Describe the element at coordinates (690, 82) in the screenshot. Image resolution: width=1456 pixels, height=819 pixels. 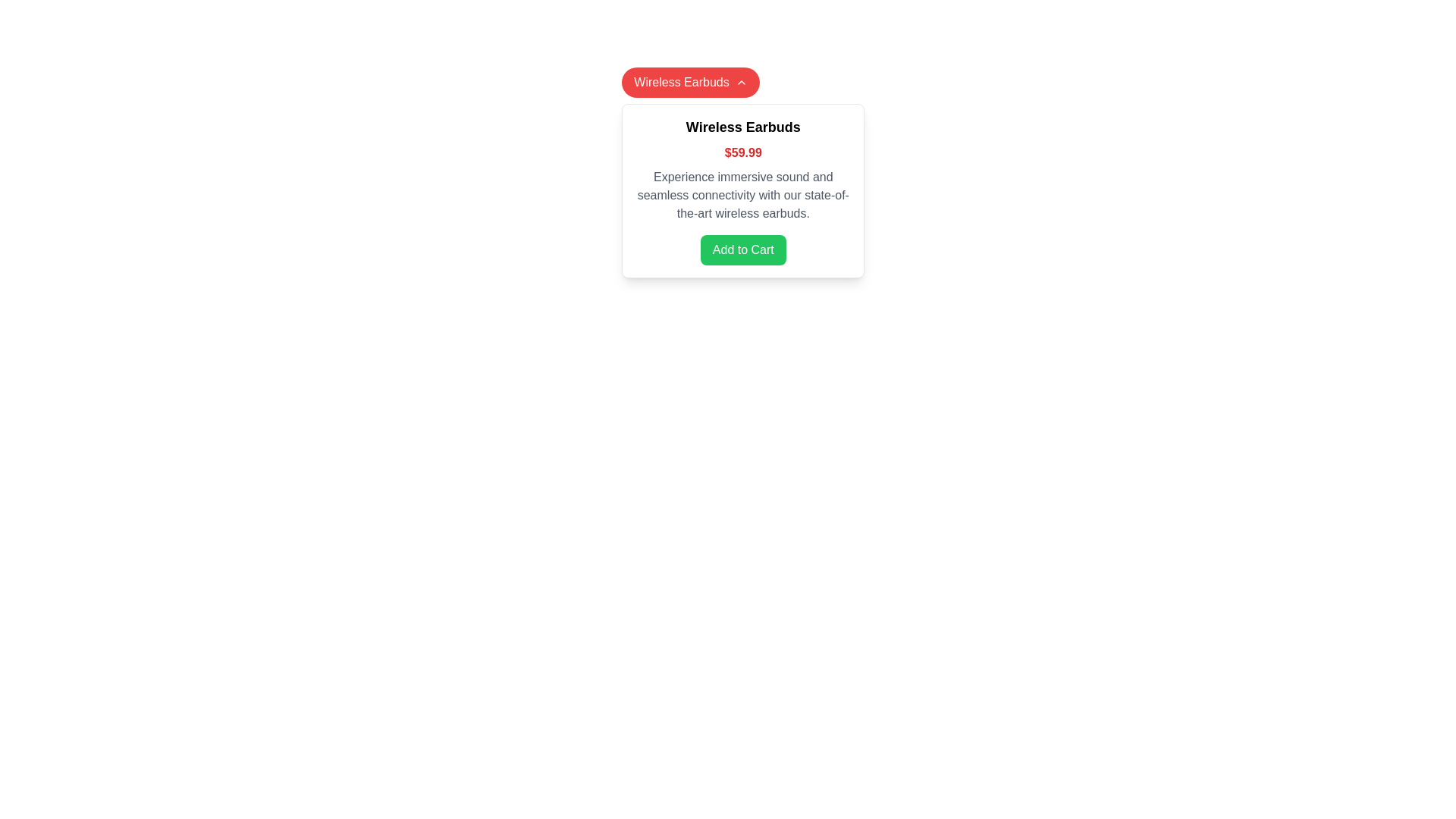
I see `the 'Wireless Earbuds' button, which is a horizontal rounded rectangular button with a red background and white text, located at the top of the product display section` at that location.